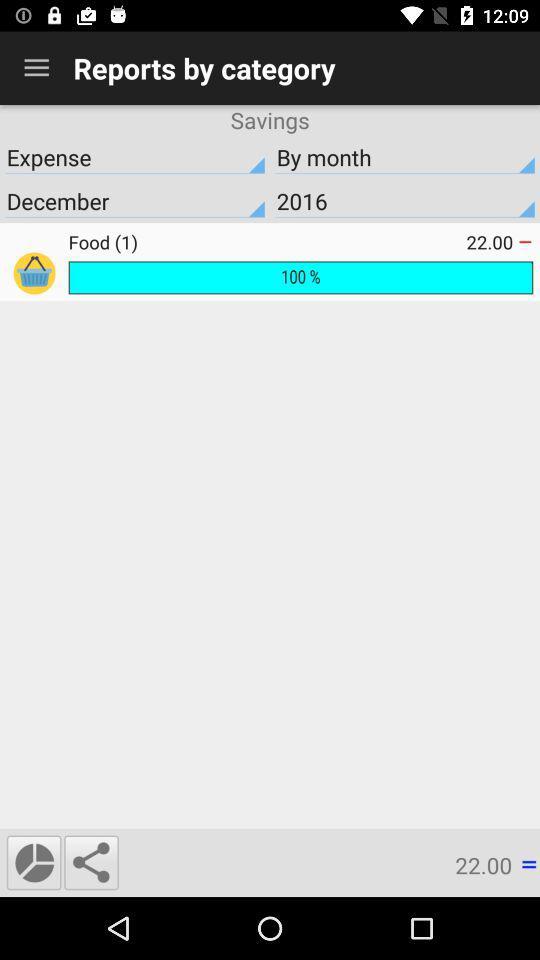 This screenshot has height=960, width=540. Describe the element at coordinates (135, 201) in the screenshot. I see `icon below expense icon` at that location.